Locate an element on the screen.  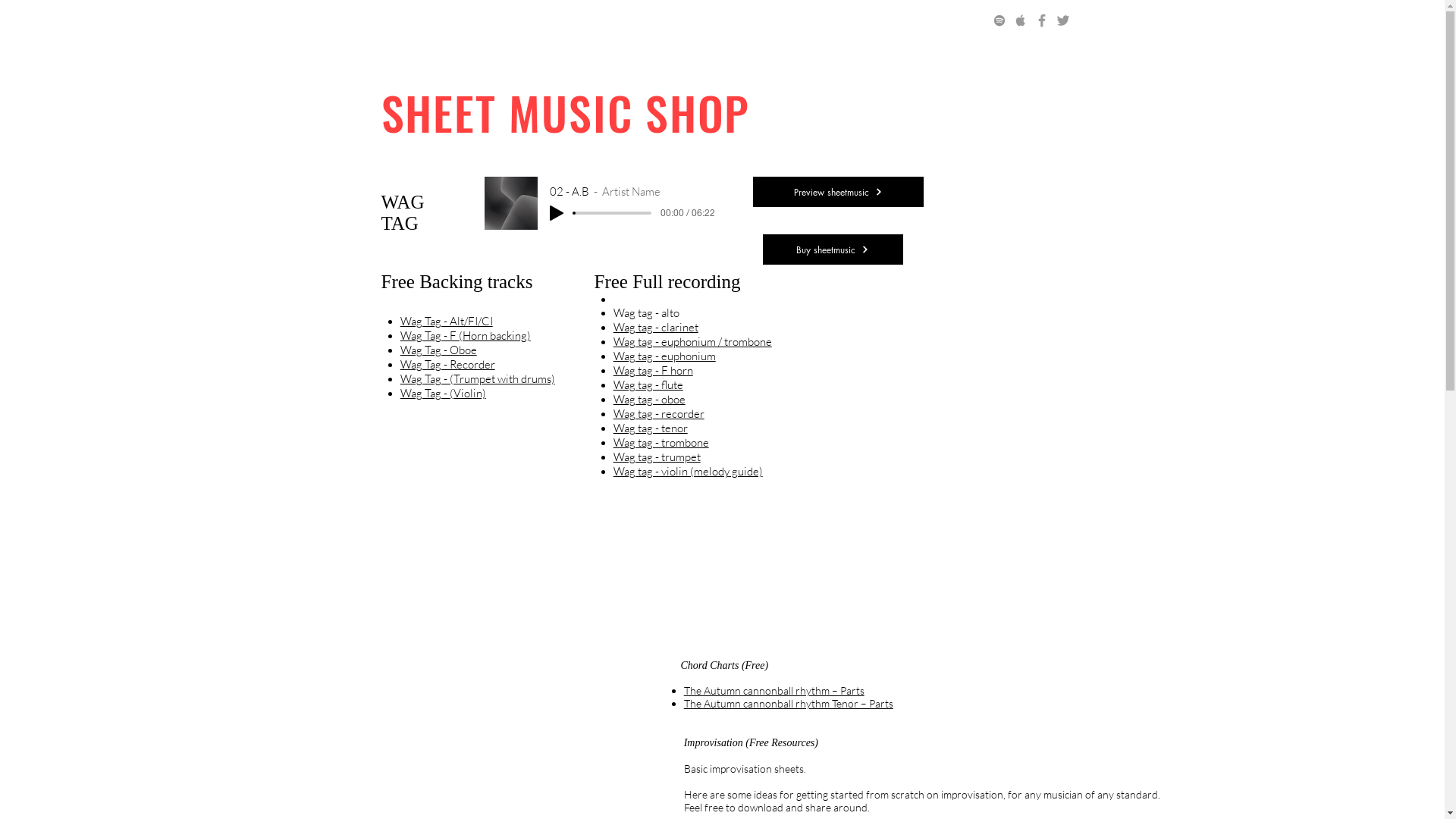
'Buy sheetmusic' is located at coordinates (832, 248).